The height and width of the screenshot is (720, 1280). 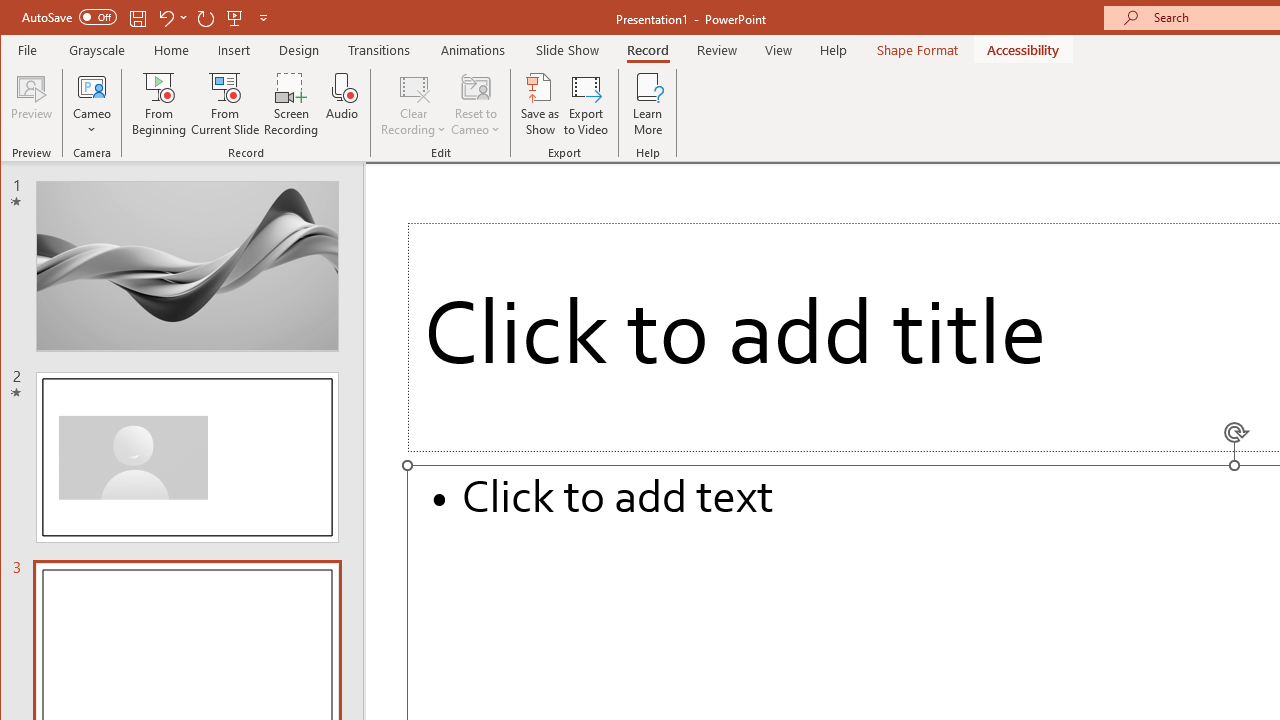 I want to click on 'Save as Show', so click(x=540, y=104).